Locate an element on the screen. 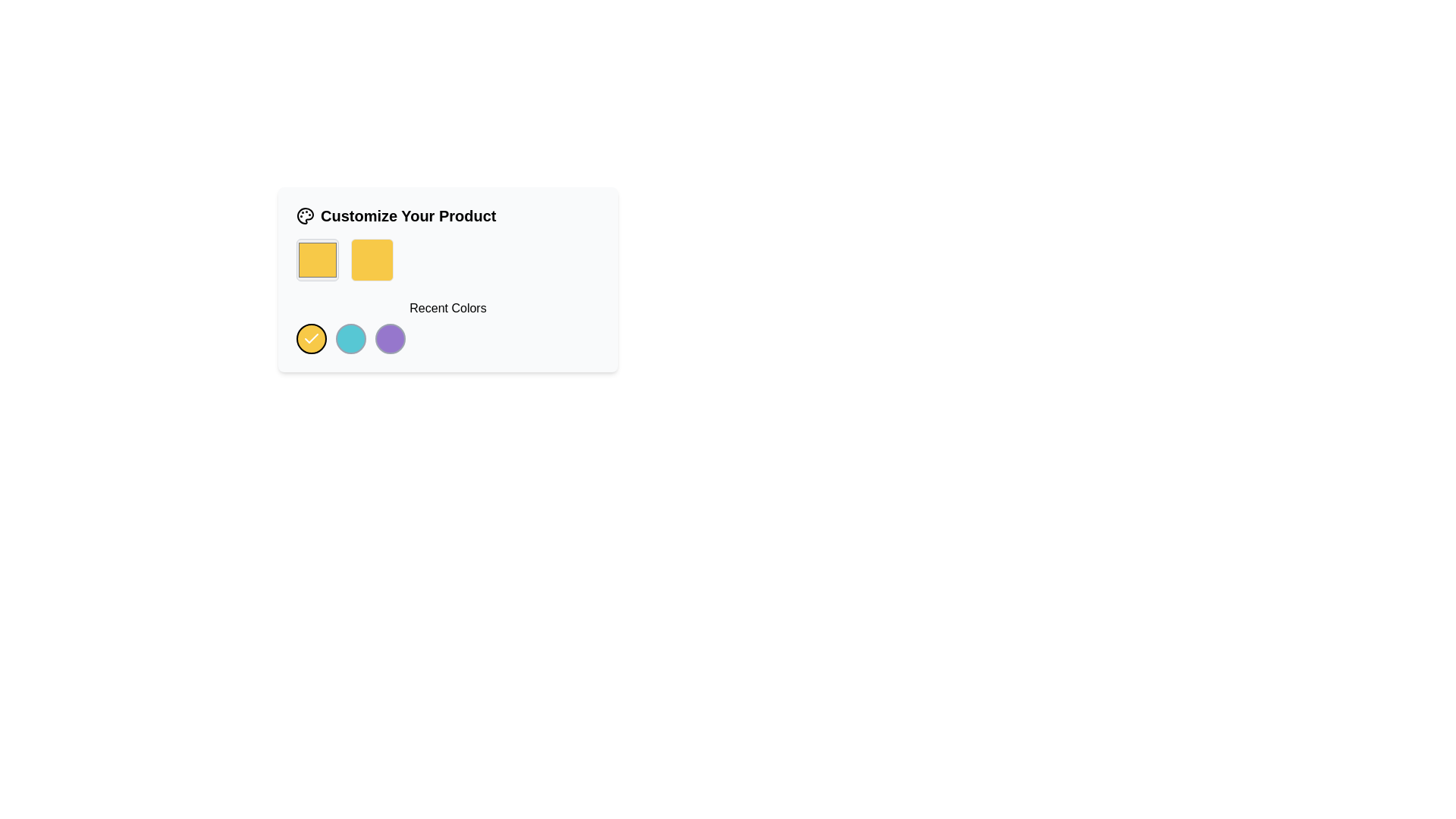 This screenshot has height=819, width=1456. the checkmark icon located inside the yellow circular button in the 'Recent Colors' section under the 'Customize Your Product' panel is located at coordinates (311, 338).